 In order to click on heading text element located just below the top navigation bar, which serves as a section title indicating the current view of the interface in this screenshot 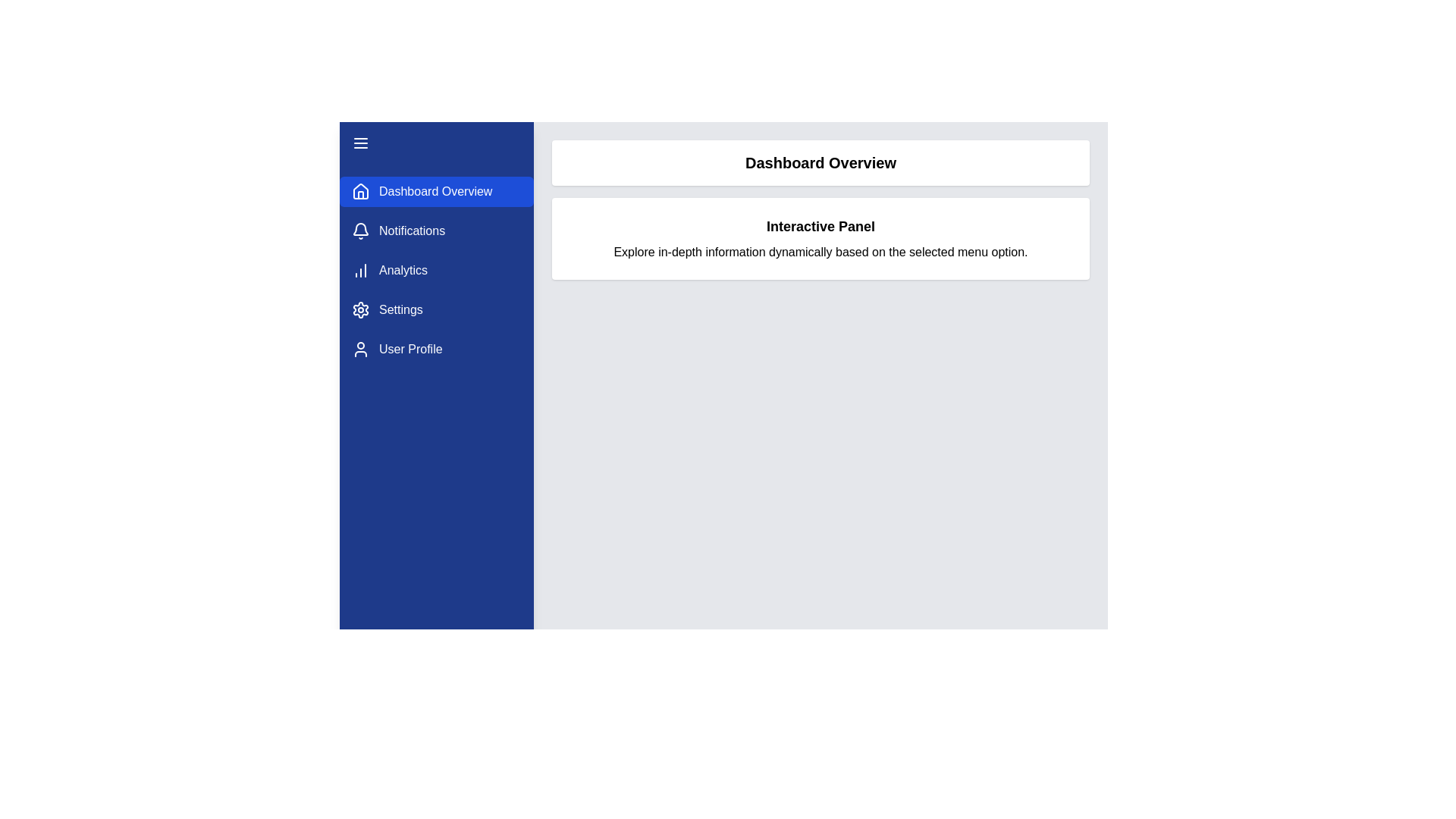, I will do `click(820, 163)`.